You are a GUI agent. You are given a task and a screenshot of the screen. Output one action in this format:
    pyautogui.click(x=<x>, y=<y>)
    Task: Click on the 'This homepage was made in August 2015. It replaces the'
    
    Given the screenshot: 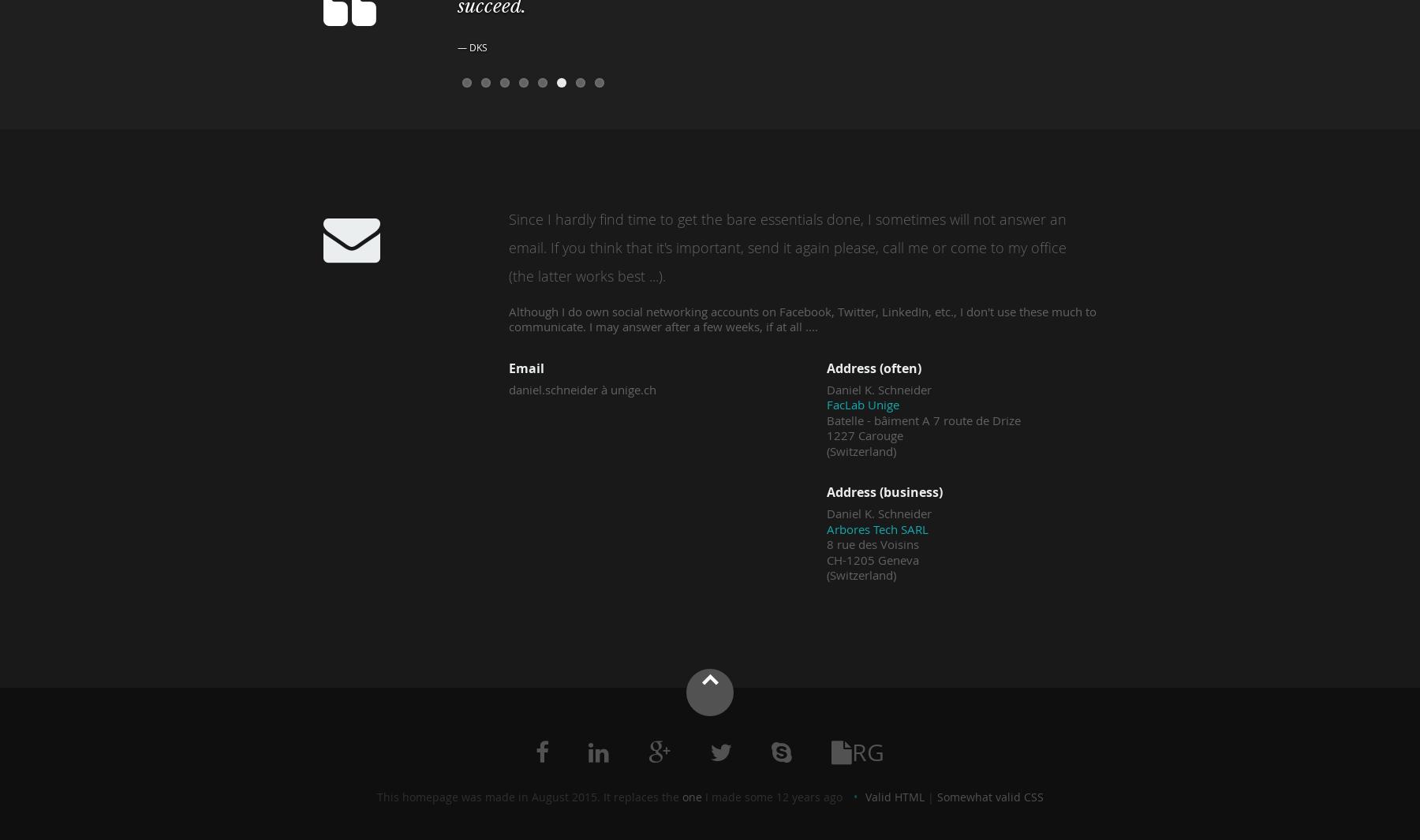 What is the action you would take?
    pyautogui.click(x=529, y=796)
    